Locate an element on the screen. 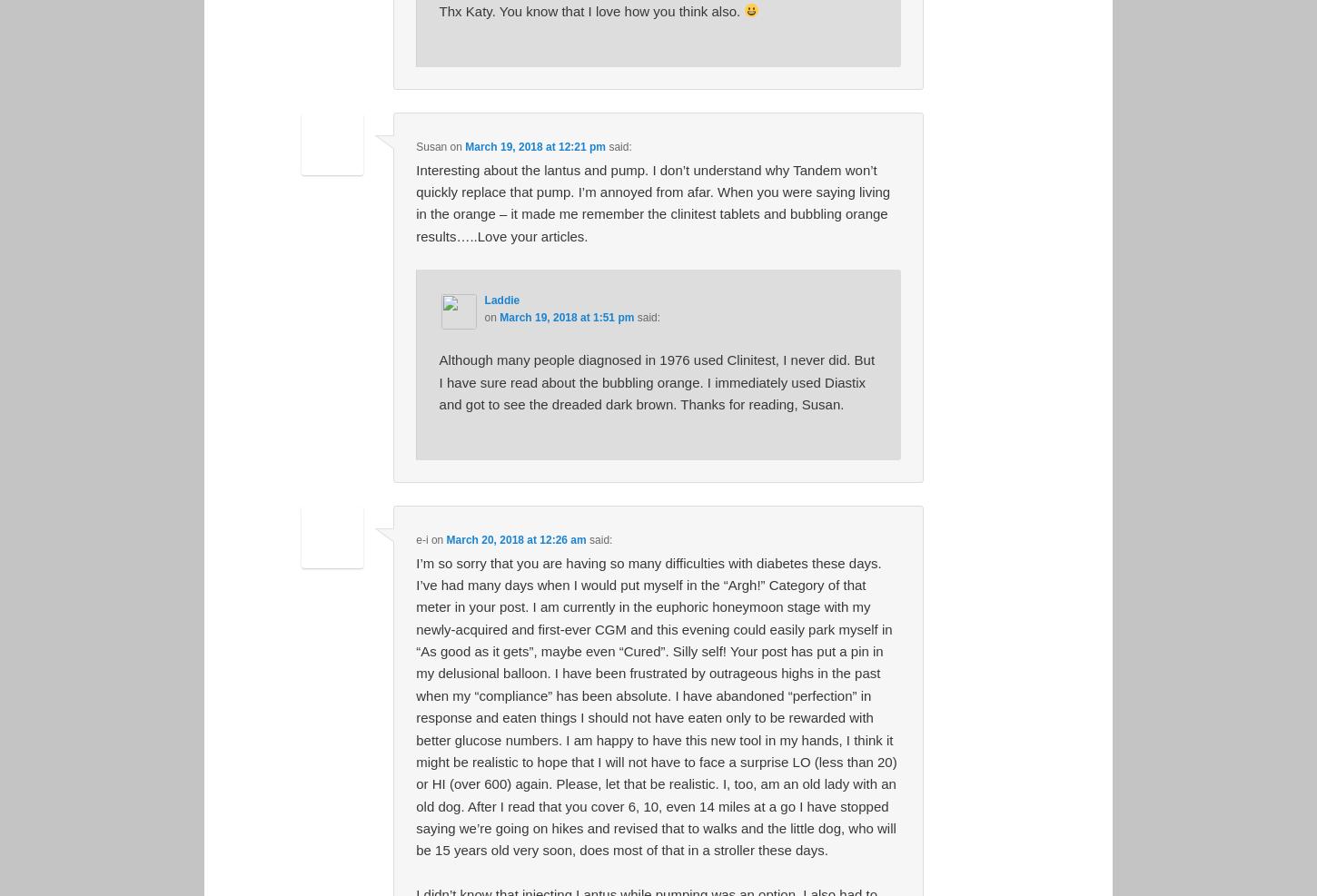 Image resolution: width=1317 pixels, height=896 pixels. 'Thx Katy. You know that I love how you think also.' is located at coordinates (437, 9).